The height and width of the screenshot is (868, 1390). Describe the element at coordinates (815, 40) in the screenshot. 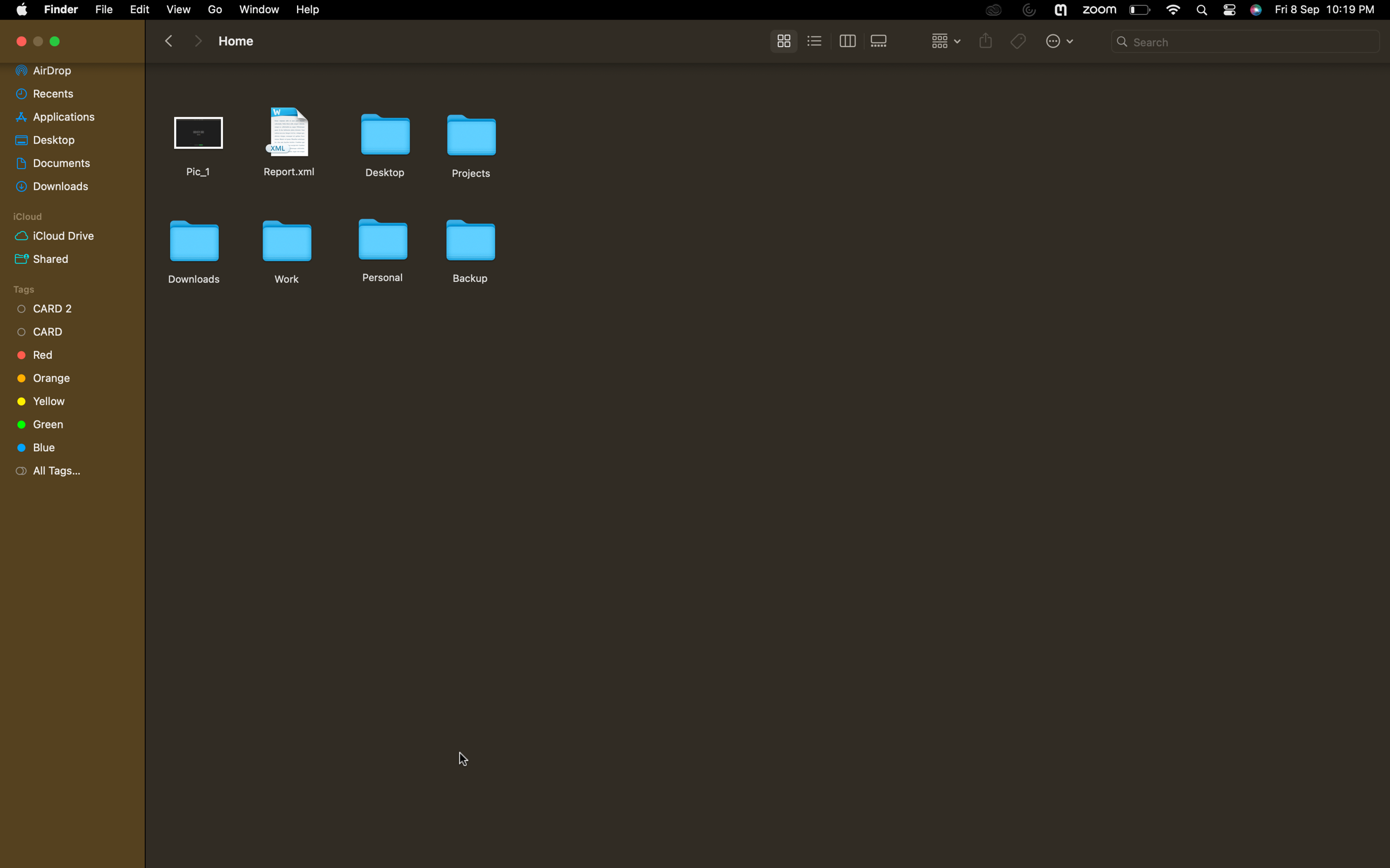

I see `Alter to list display mode` at that location.